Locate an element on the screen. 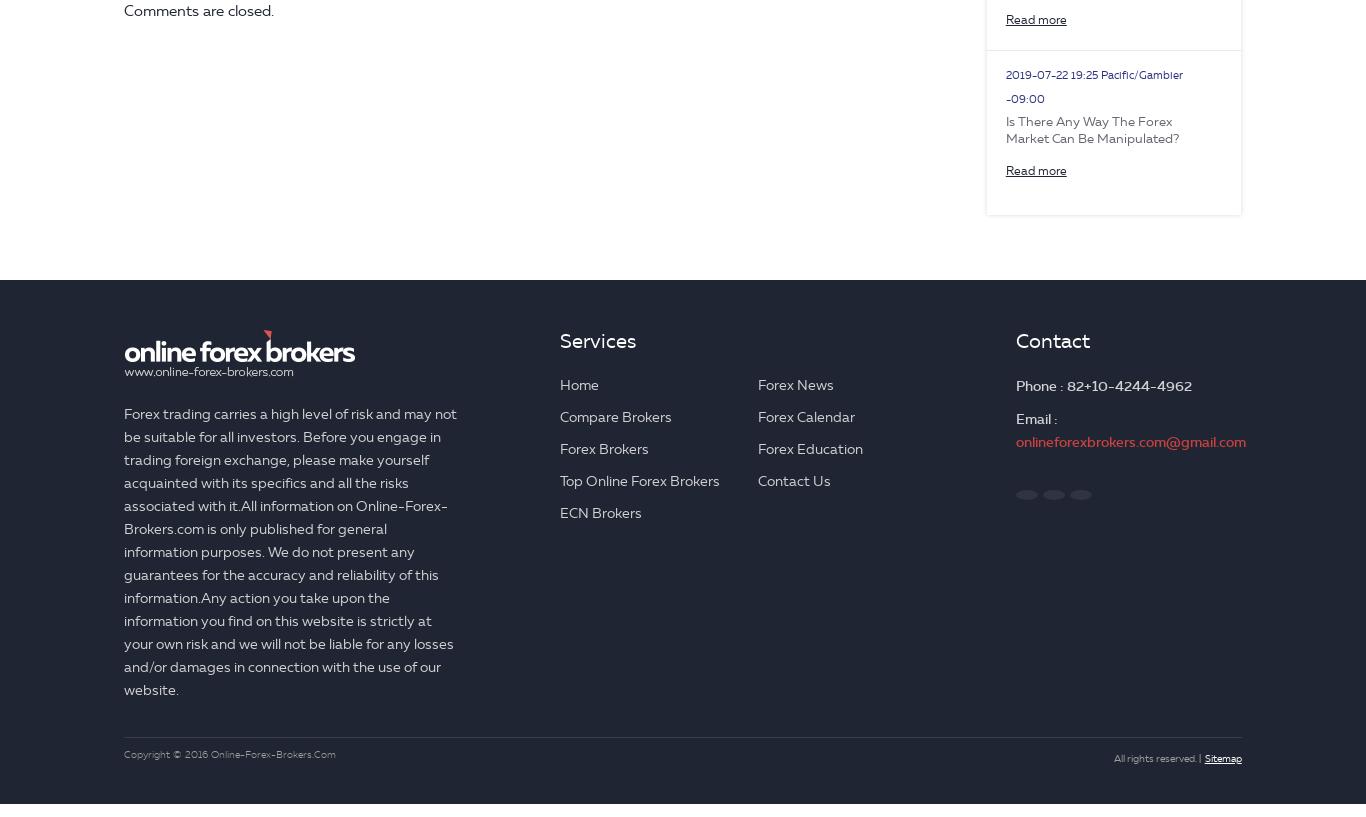  'ECN Brokers' is located at coordinates (600, 511).